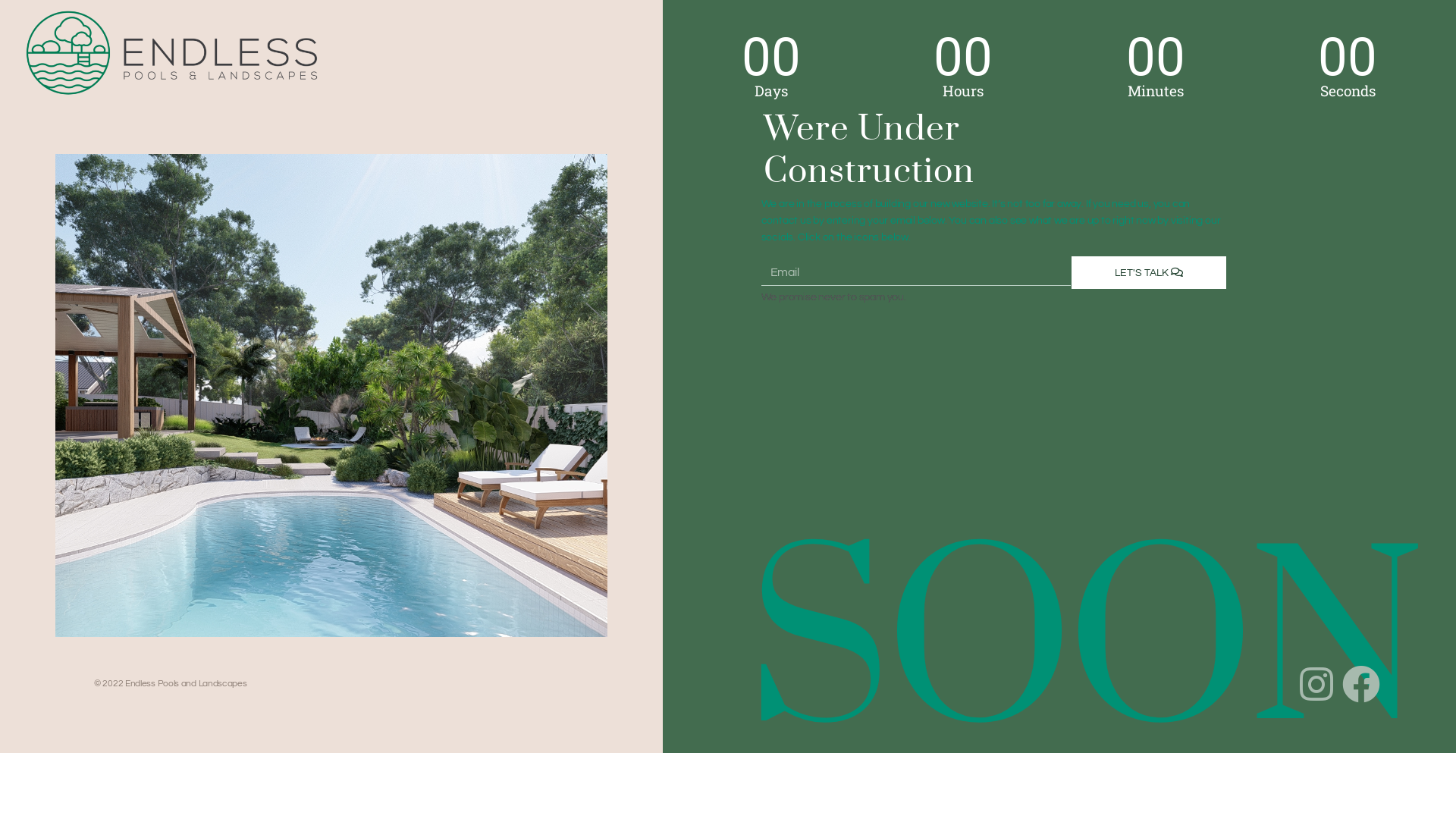  Describe the element at coordinates (1149, 271) in the screenshot. I see `'LET'S TALK'` at that location.